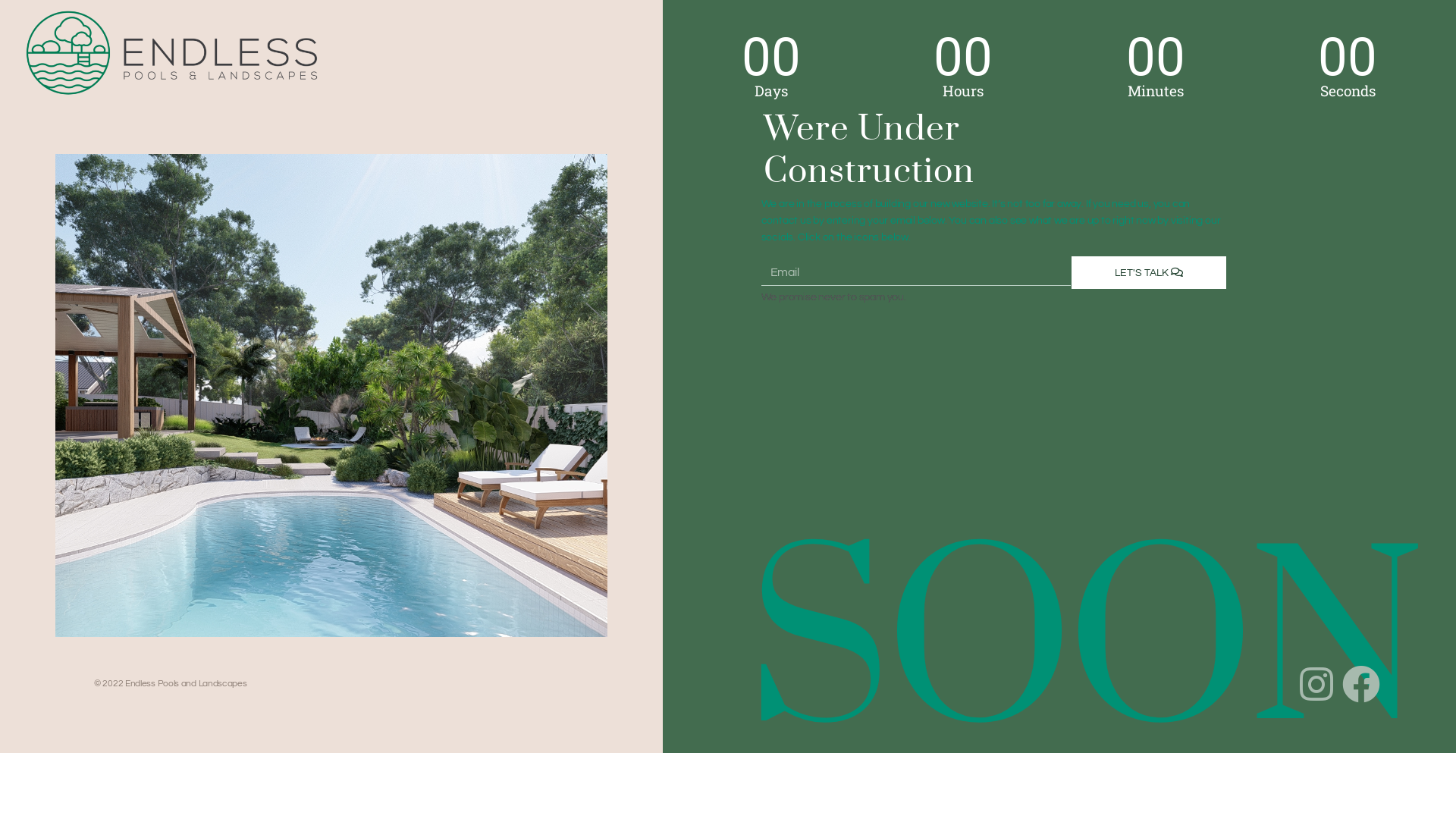  Describe the element at coordinates (1149, 271) in the screenshot. I see `'LET'S TALK'` at that location.